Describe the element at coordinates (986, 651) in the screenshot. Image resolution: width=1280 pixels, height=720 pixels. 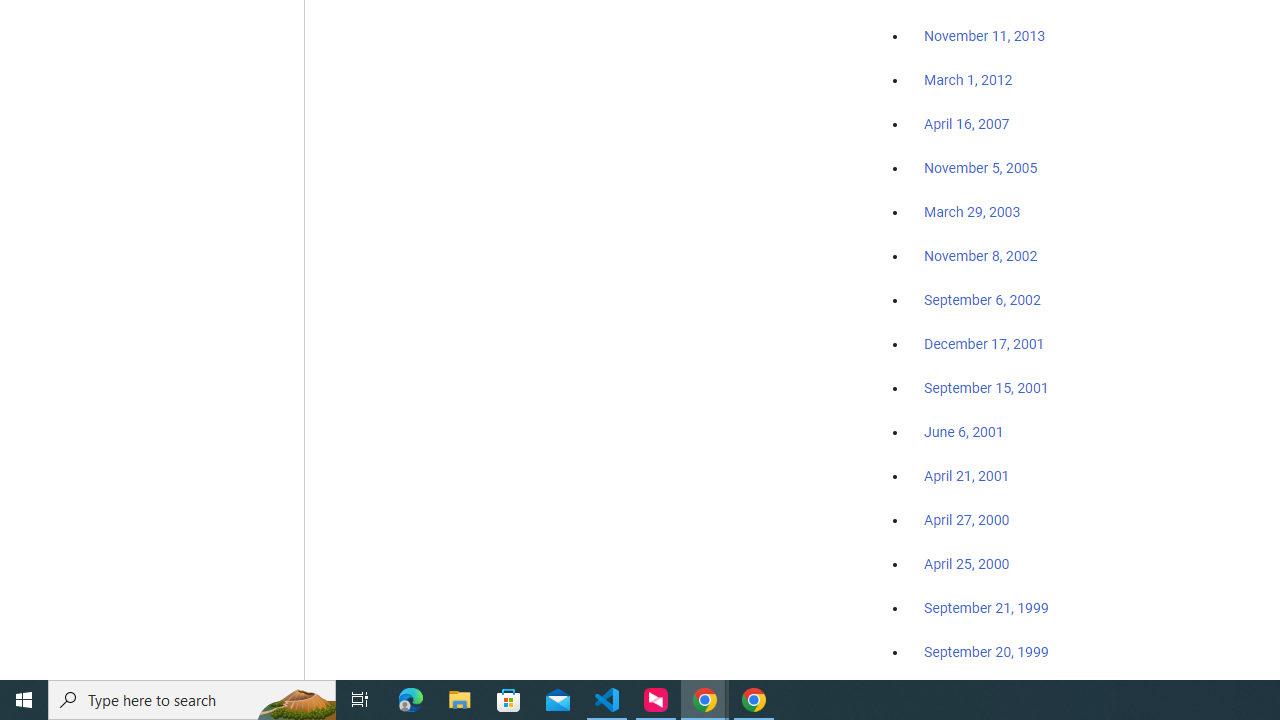
I see `'September 20, 1999'` at that location.